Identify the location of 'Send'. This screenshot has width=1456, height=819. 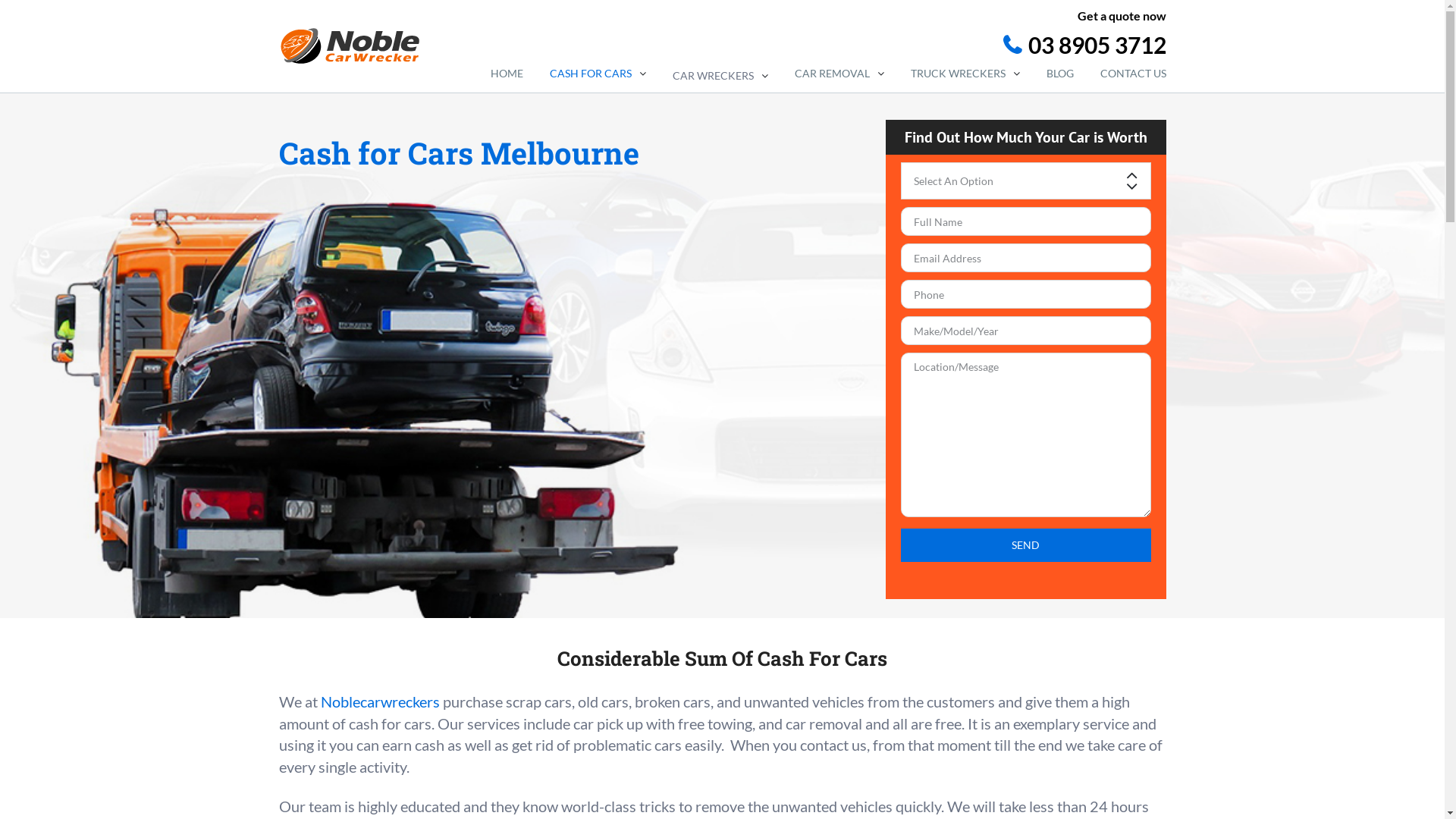
(1026, 544).